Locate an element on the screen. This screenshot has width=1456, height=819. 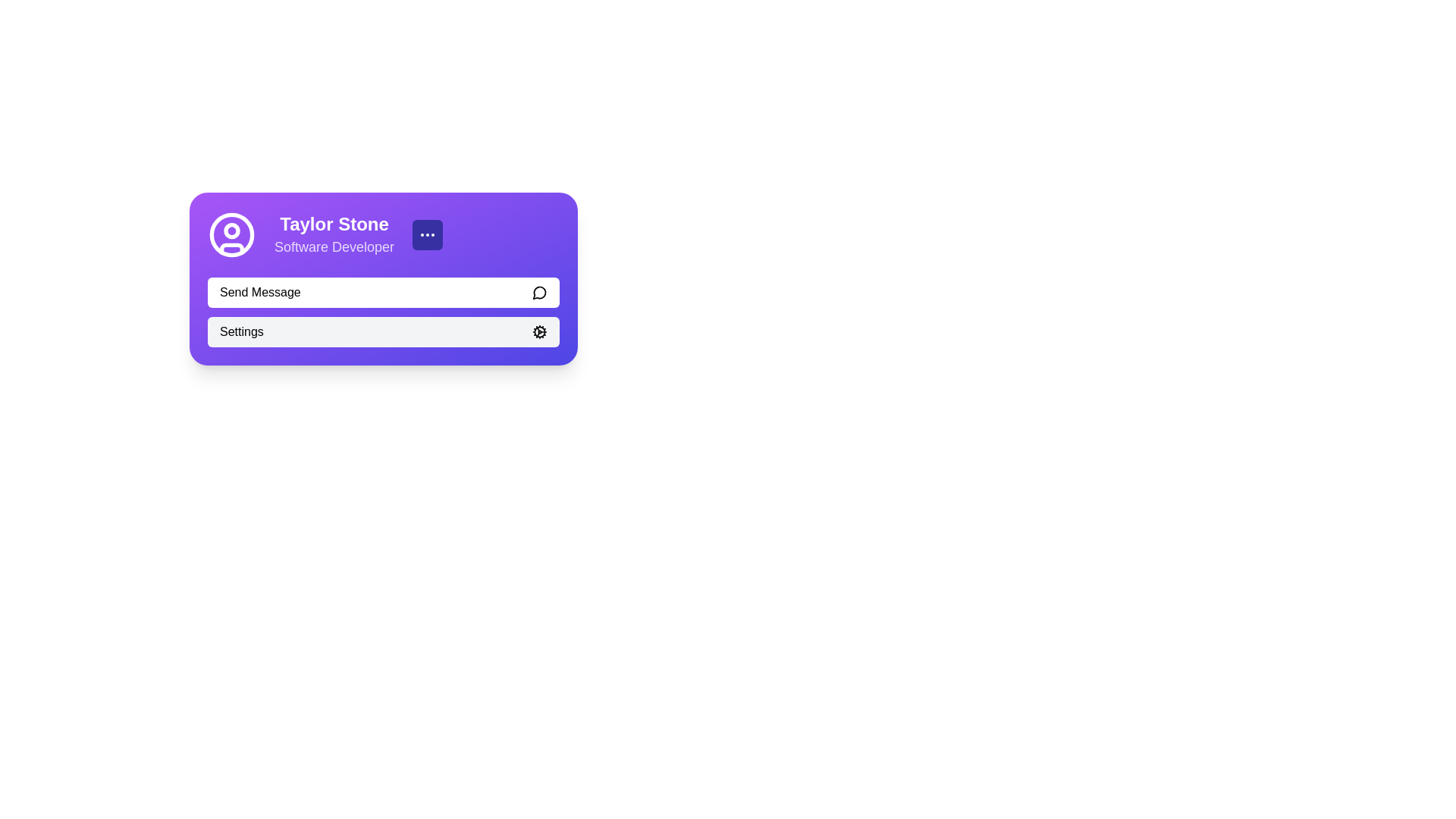
the 'Send Message' button to trigger potential styling changes is located at coordinates (260, 292).